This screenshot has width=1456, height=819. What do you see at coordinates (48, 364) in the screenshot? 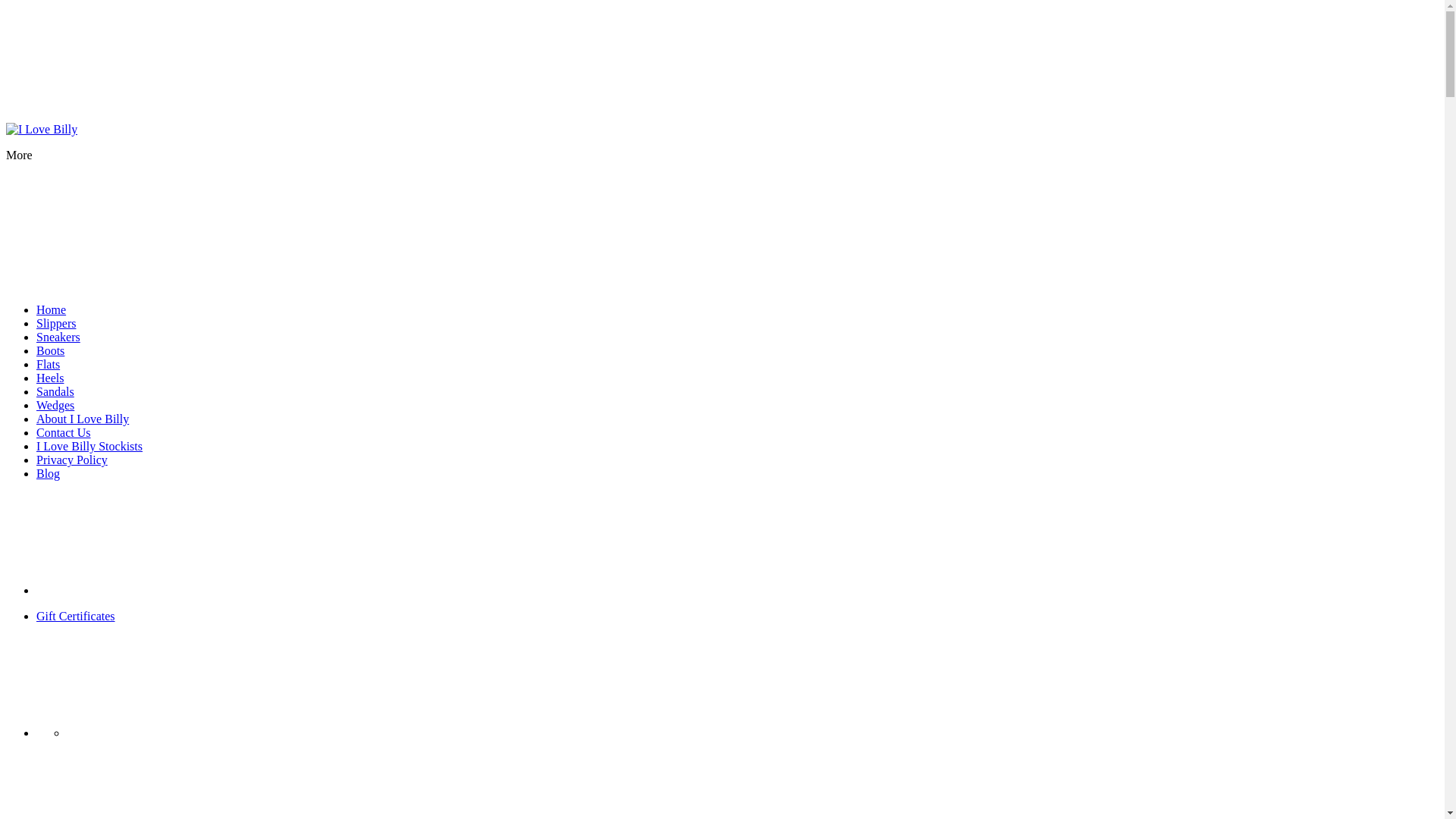
I see `'Flats'` at bounding box center [48, 364].